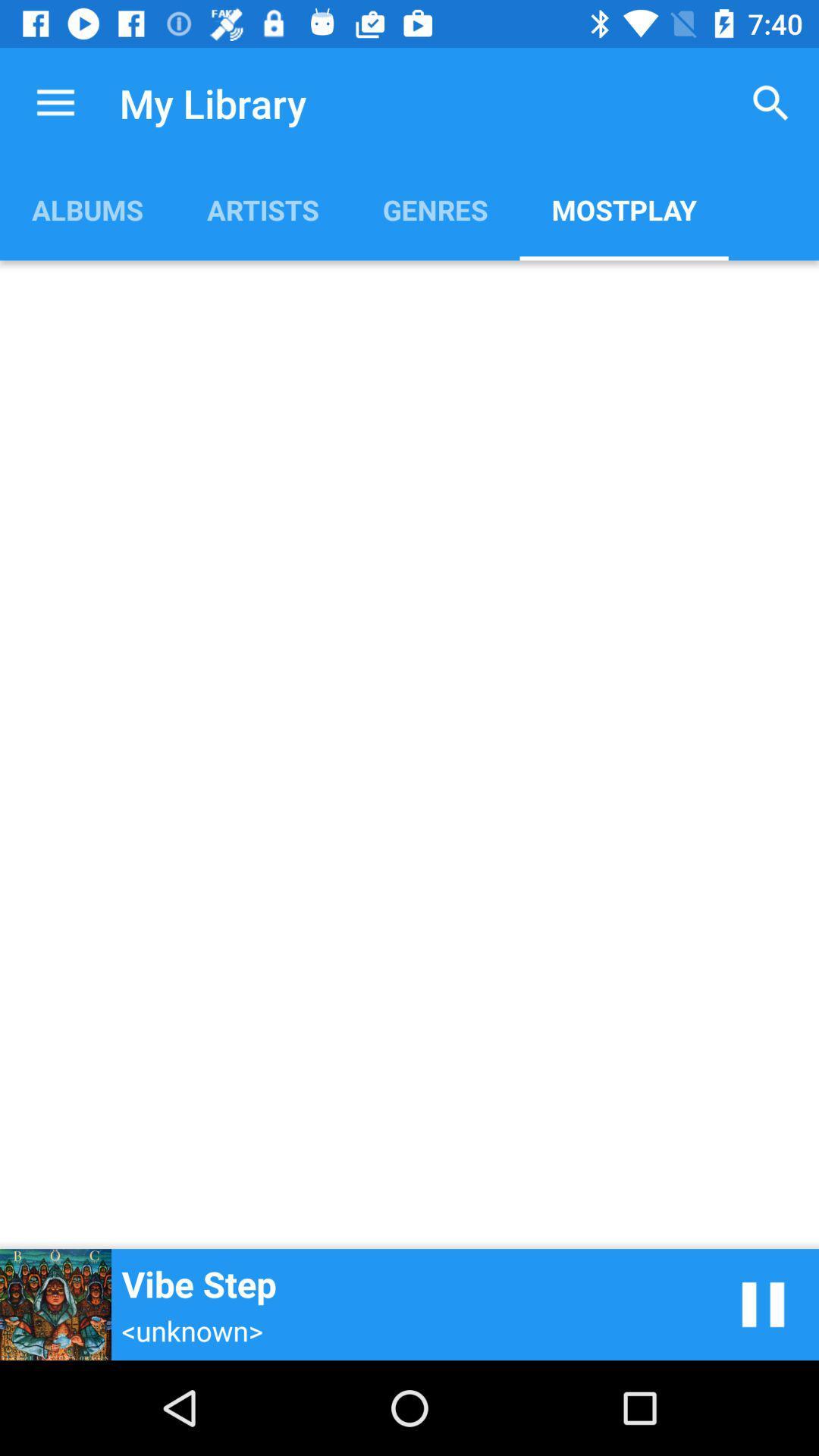 The width and height of the screenshot is (819, 1456). I want to click on the albums item, so click(87, 209).